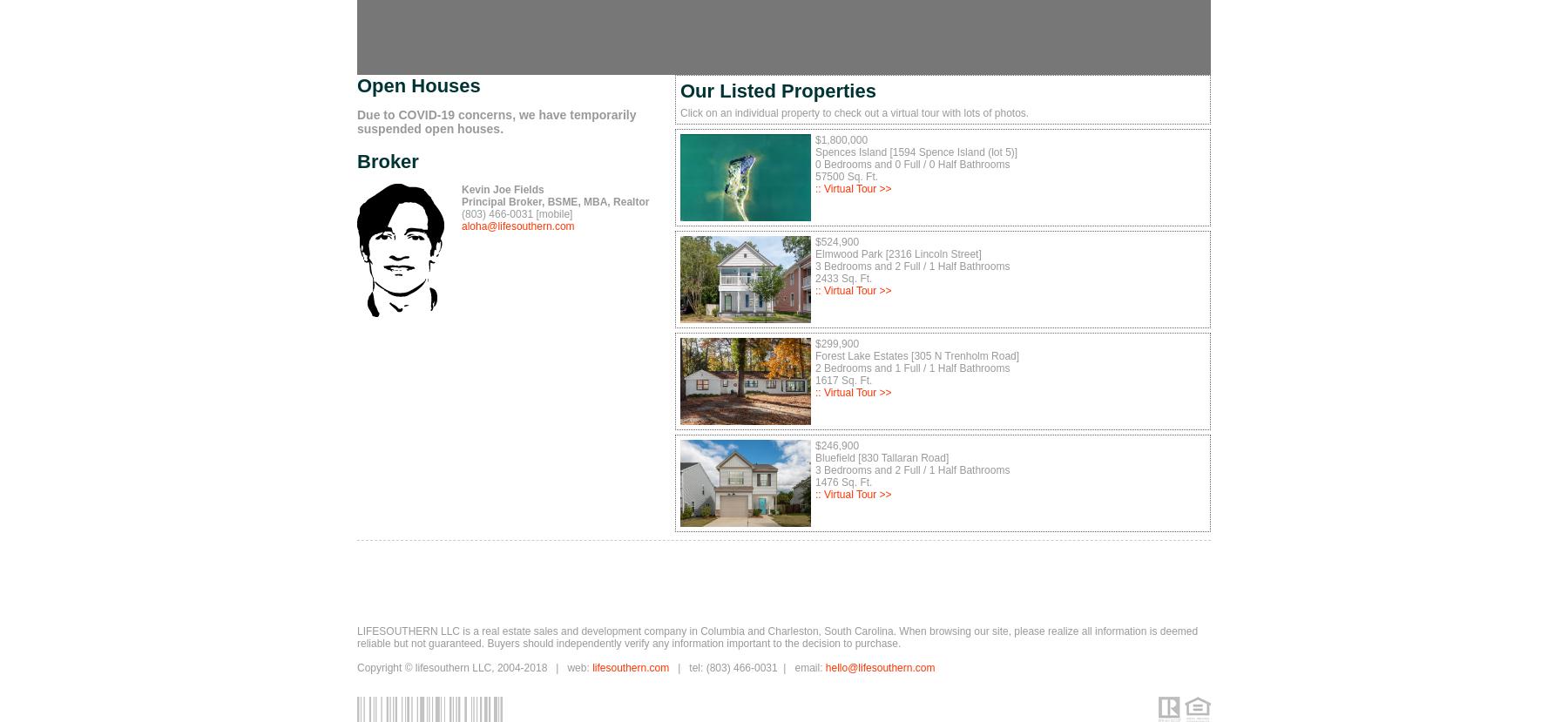 This screenshot has height=722, width=1568. What do you see at coordinates (836, 344) in the screenshot?
I see `'$299,900'` at bounding box center [836, 344].